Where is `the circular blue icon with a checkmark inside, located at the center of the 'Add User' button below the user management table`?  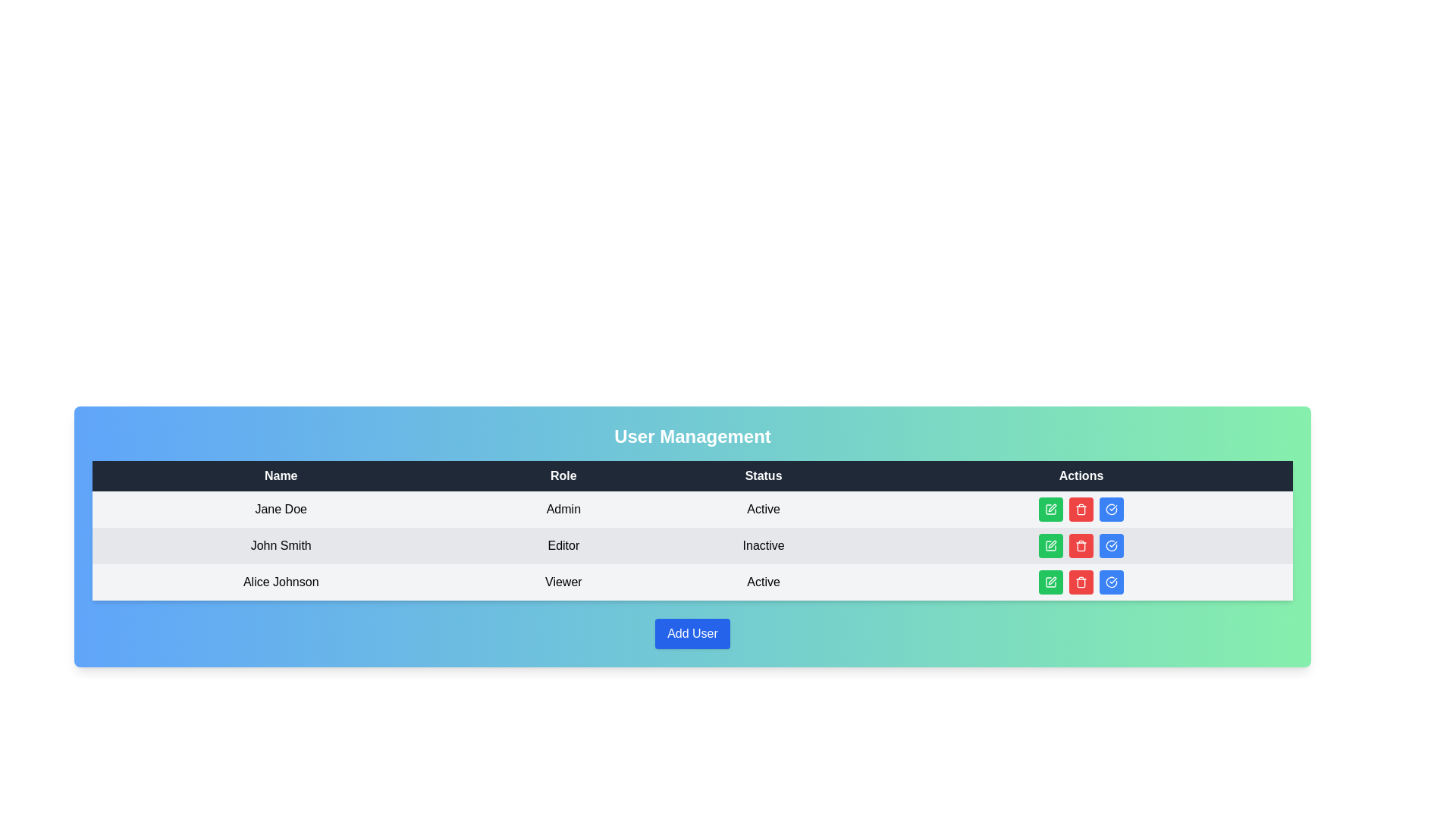
the circular blue icon with a checkmark inside, located at the center of the 'Add User' button below the user management table is located at coordinates (1111, 581).